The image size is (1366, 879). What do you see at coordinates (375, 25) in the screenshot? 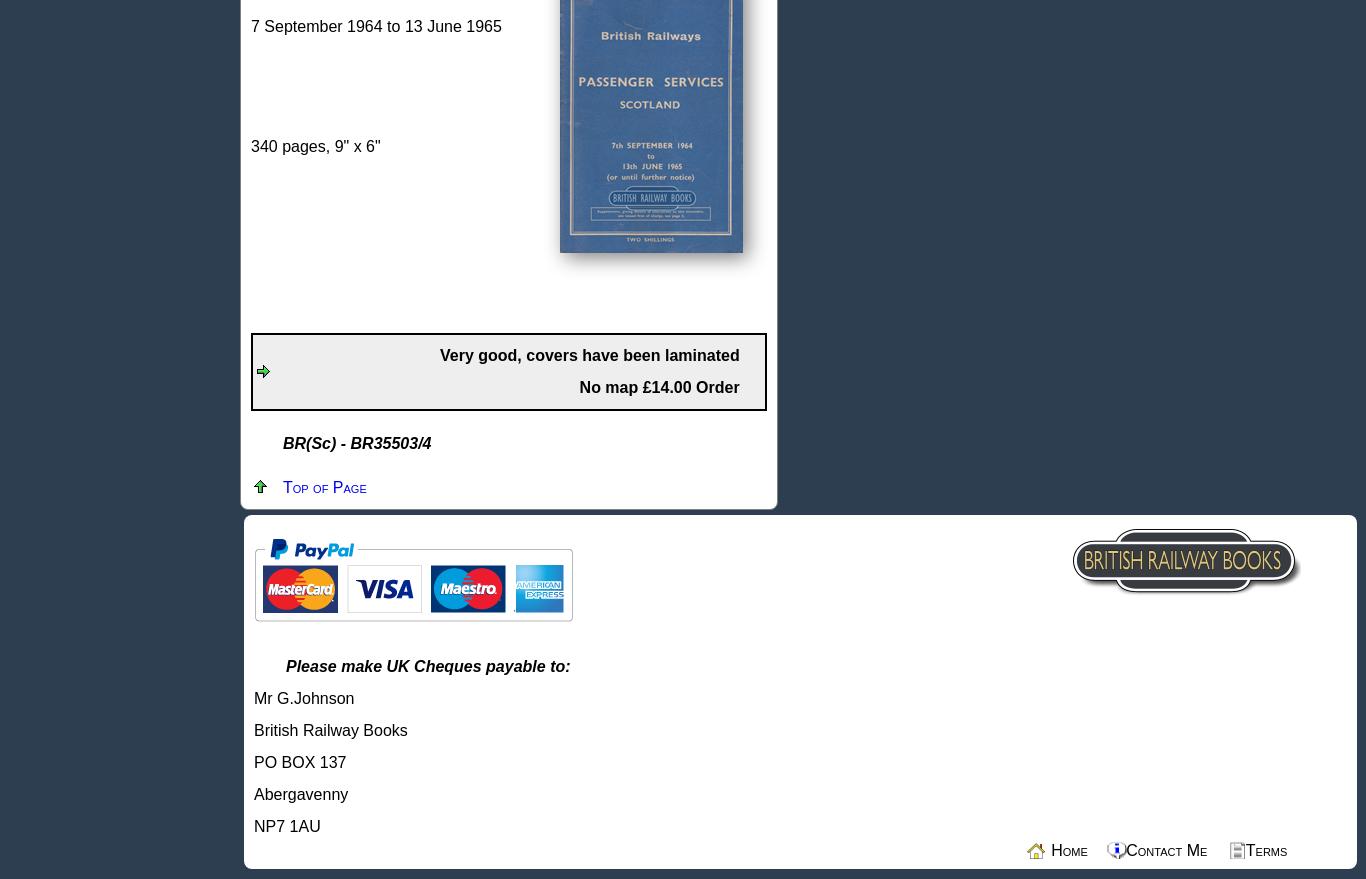
I see `'7 September 1964 to 13 June 1965'` at bounding box center [375, 25].